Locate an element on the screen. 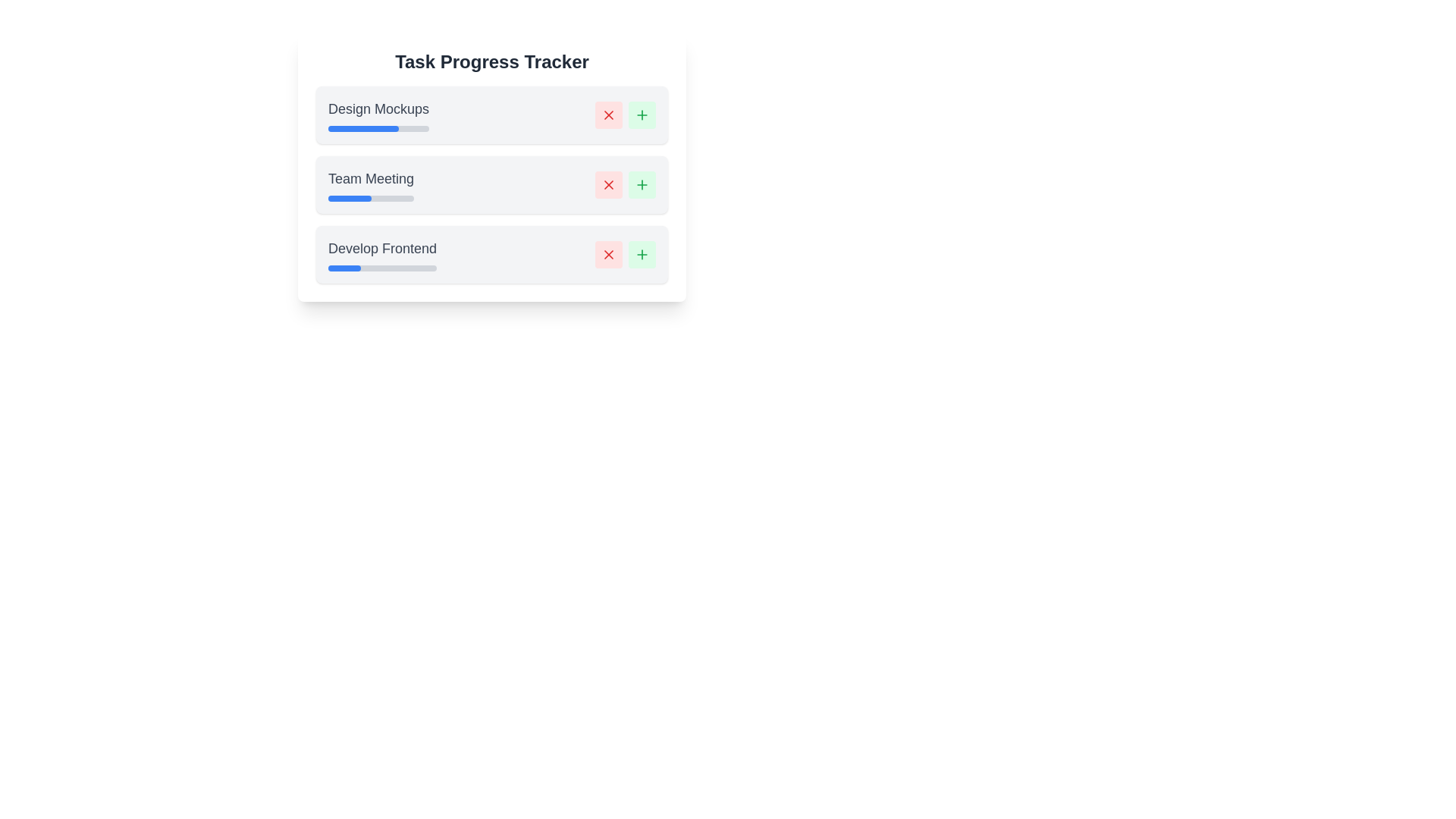  the plus button for the task Team Meeting to adjust its progress is located at coordinates (642, 184).